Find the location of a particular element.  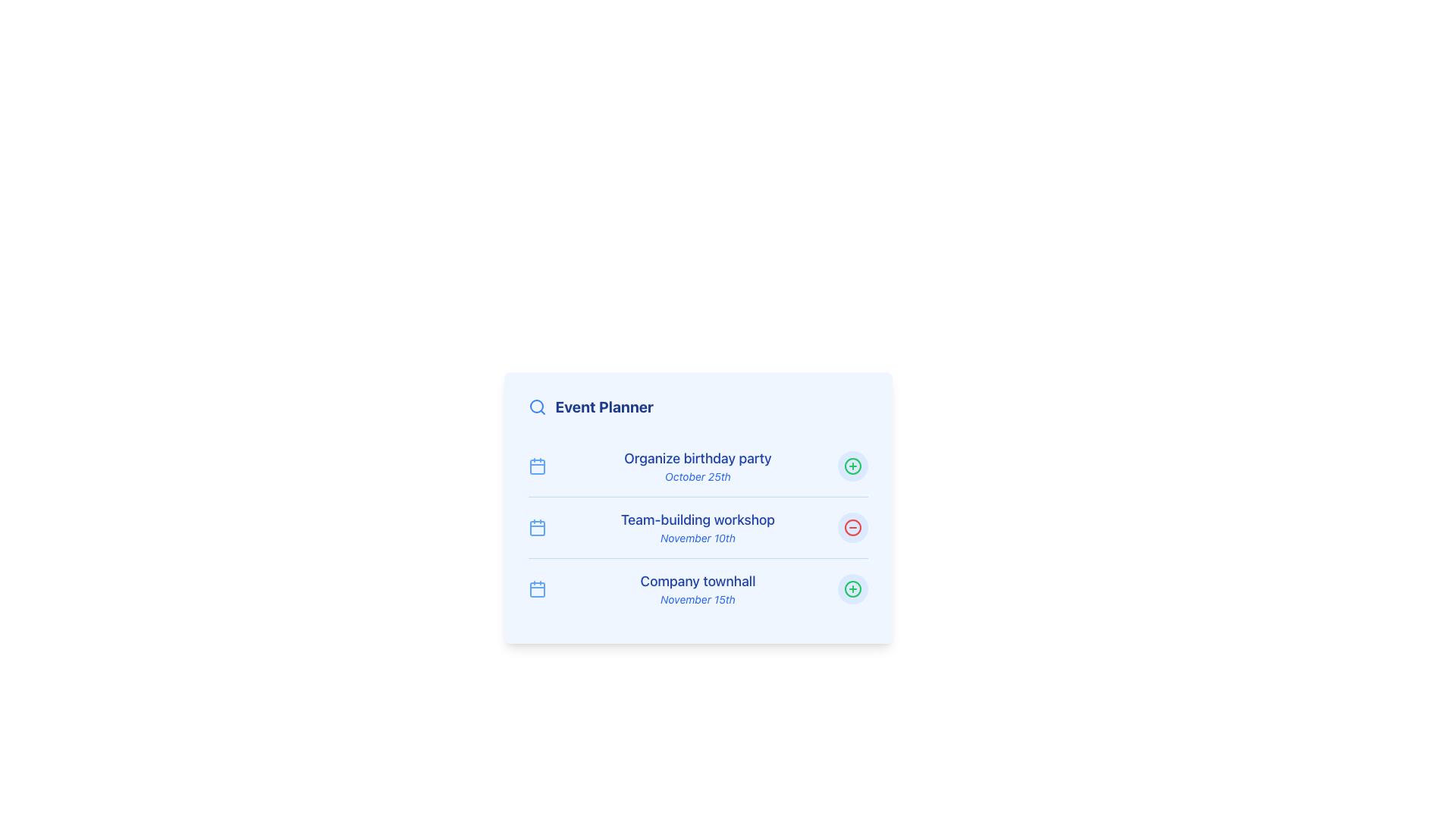

the first interactive list item in the Event Planner, which displays 'Organize birthday party' is located at coordinates (697, 465).